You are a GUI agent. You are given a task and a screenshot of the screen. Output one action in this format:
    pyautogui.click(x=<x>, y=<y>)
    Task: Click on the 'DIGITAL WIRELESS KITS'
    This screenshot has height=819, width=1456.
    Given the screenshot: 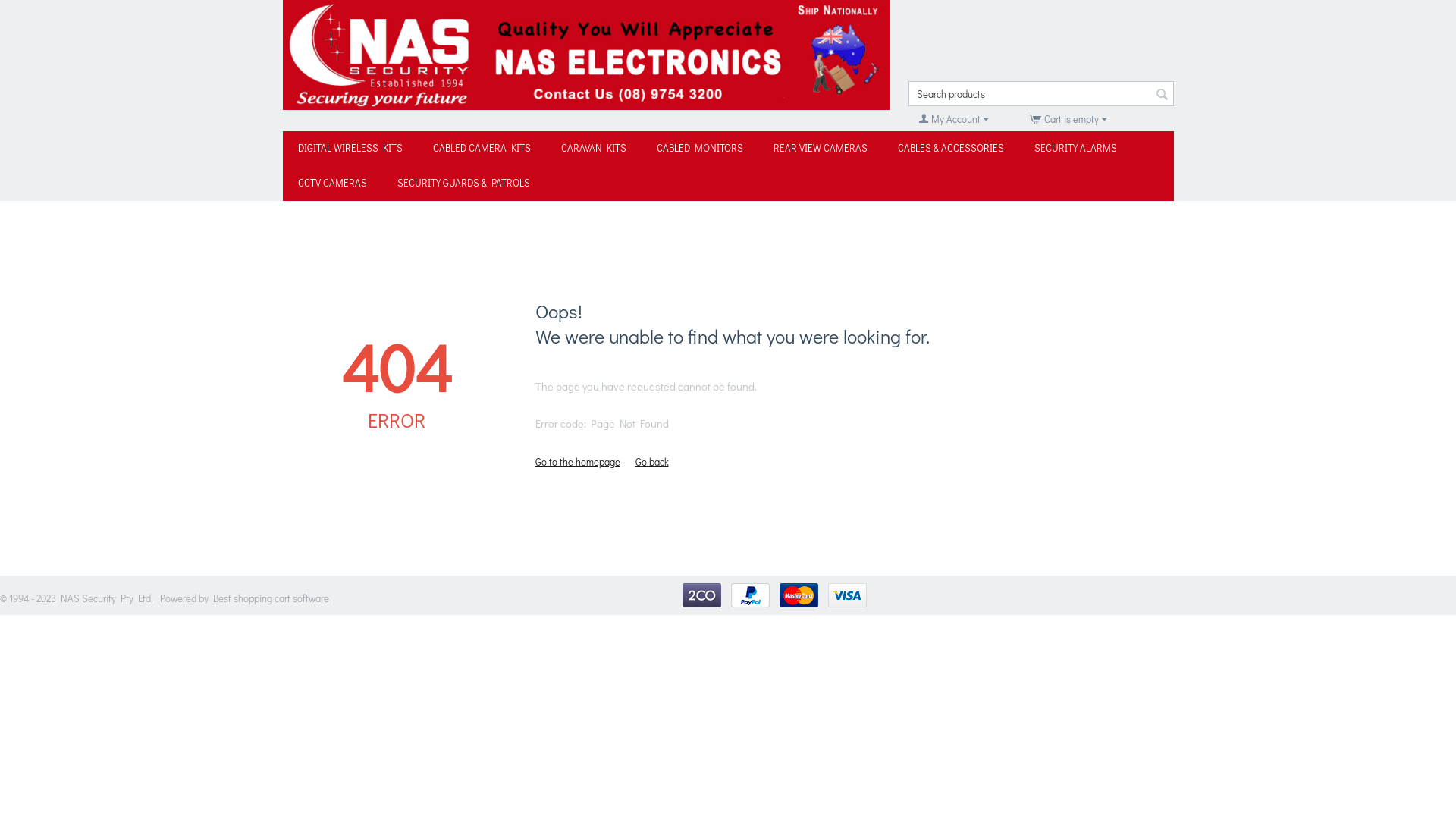 What is the action you would take?
    pyautogui.click(x=348, y=149)
    